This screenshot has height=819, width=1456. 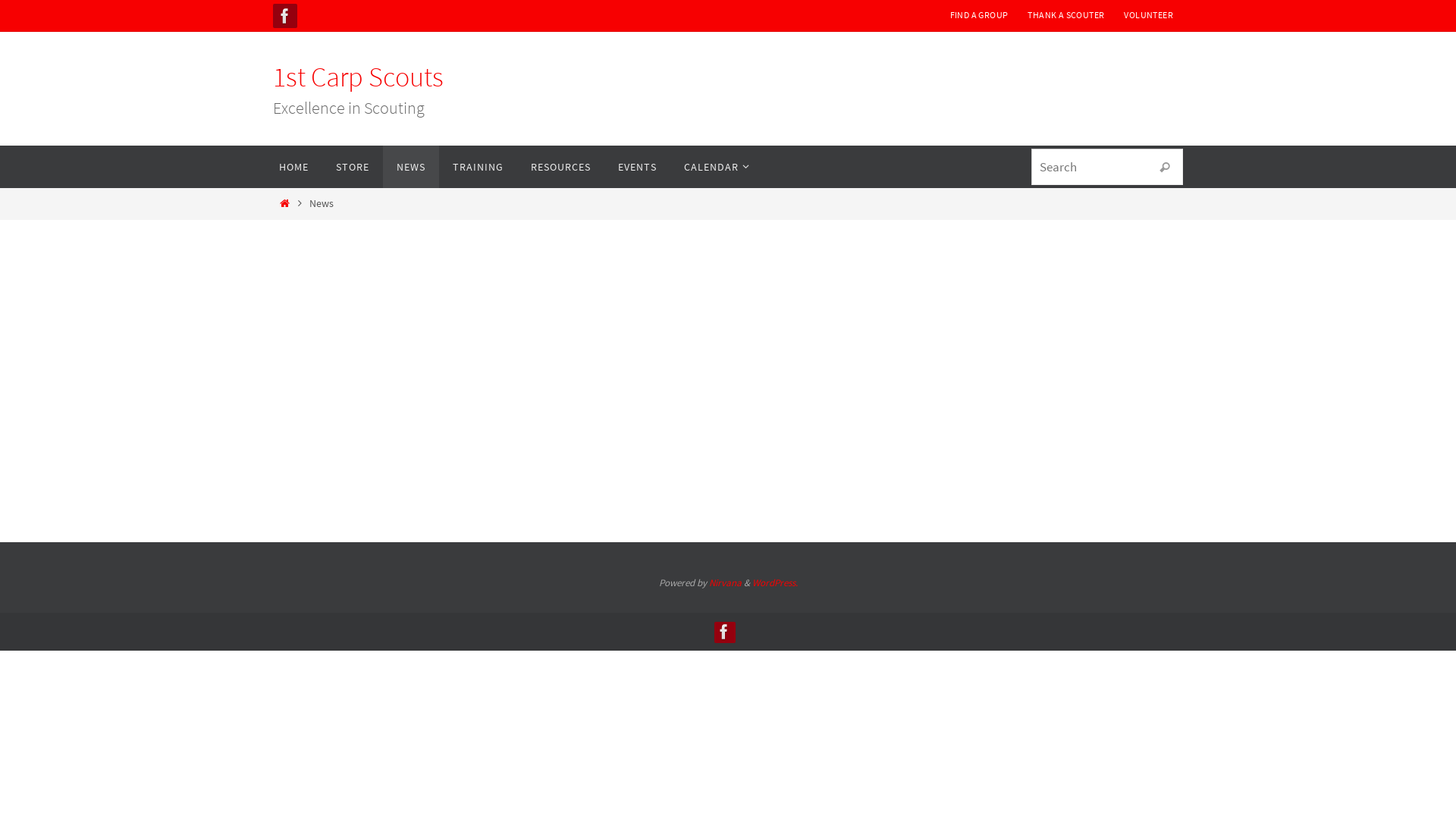 I want to click on 'VOLUNTEER', so click(x=1148, y=14).